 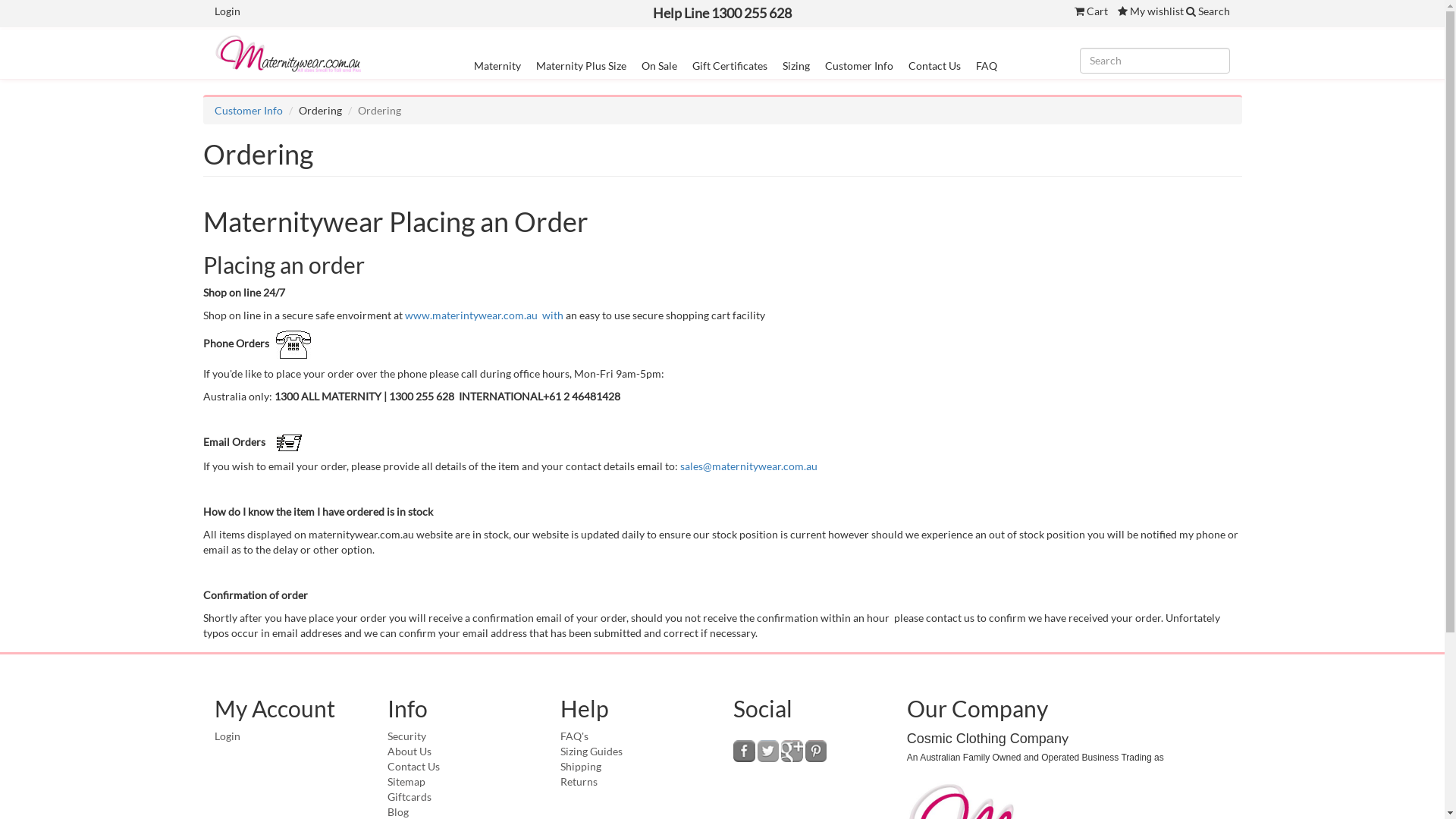 What do you see at coordinates (409, 751) in the screenshot?
I see `'About Us'` at bounding box center [409, 751].